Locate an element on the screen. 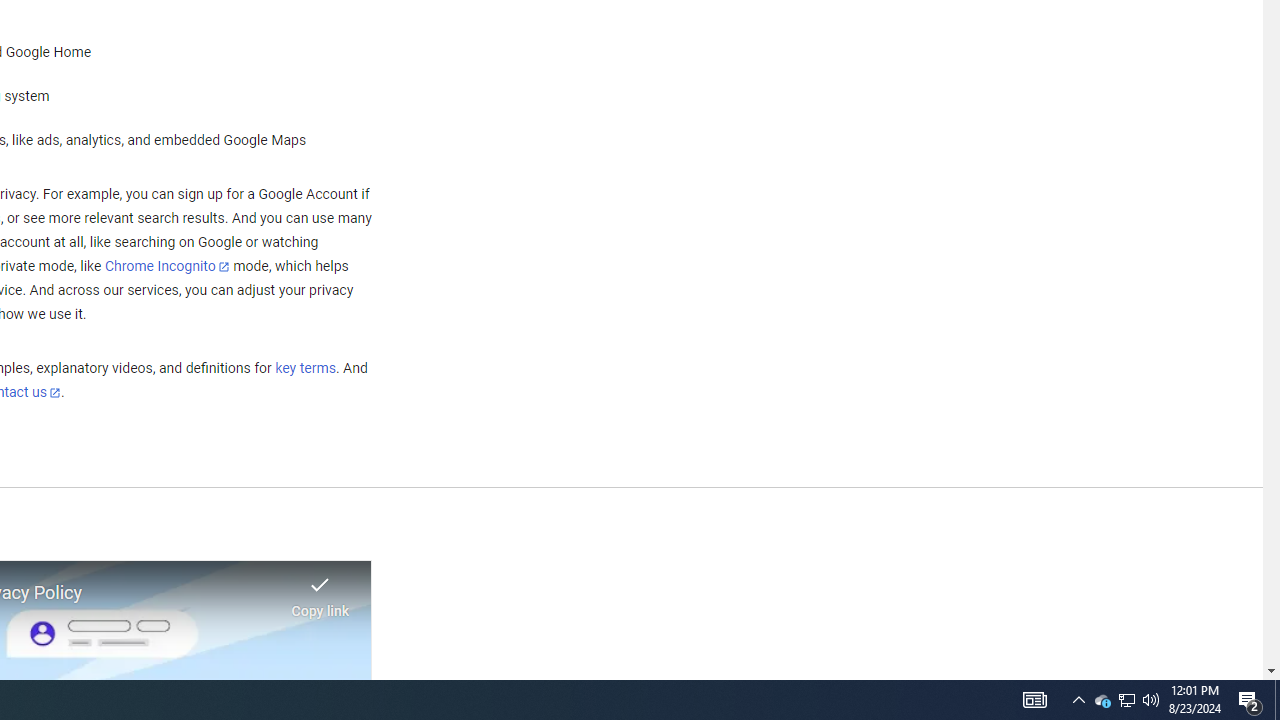 The width and height of the screenshot is (1280, 720). 'key terms' is located at coordinates (304, 368).